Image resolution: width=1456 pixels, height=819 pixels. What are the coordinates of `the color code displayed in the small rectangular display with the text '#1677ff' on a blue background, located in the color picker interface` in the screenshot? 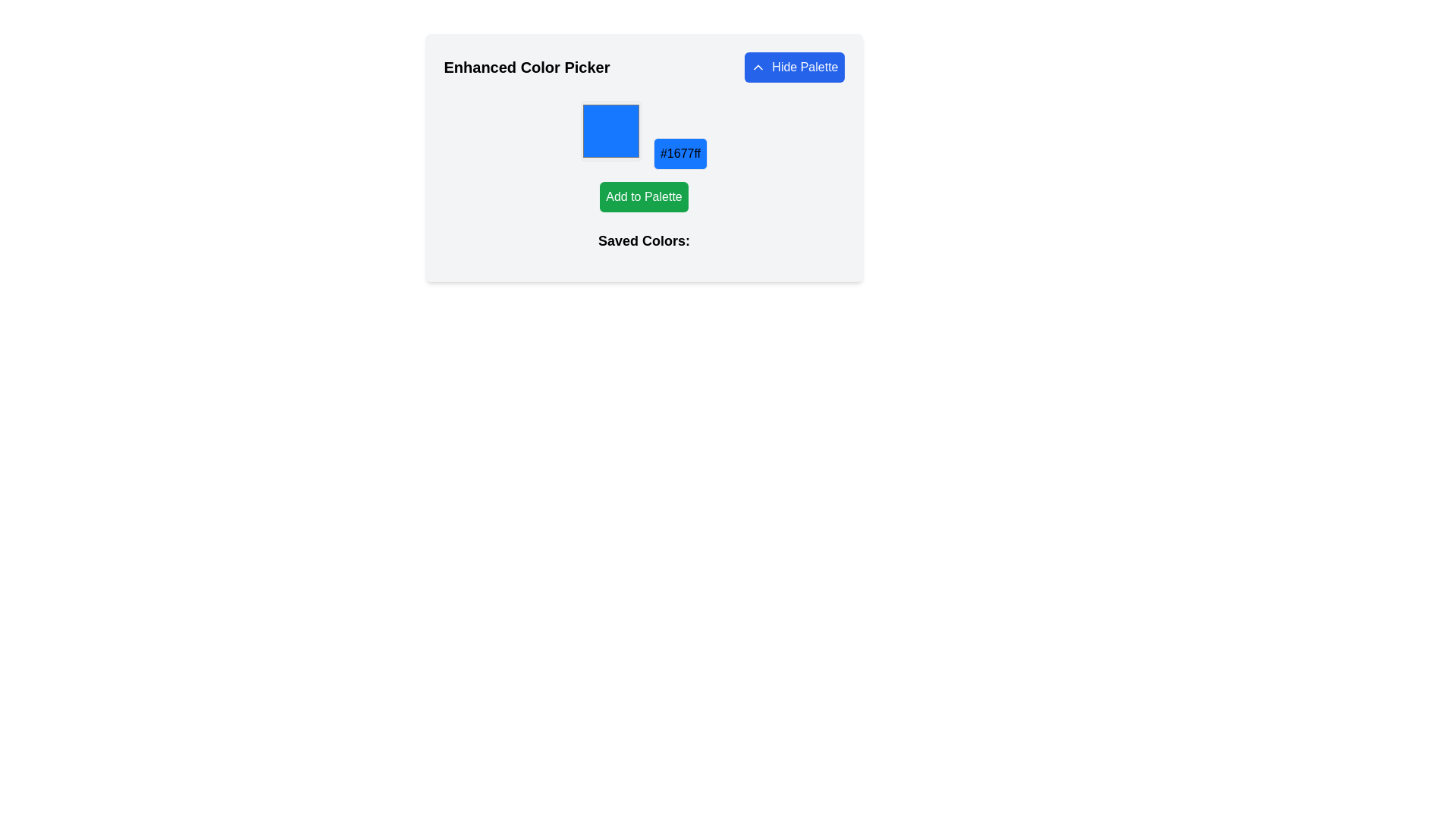 It's located at (679, 154).